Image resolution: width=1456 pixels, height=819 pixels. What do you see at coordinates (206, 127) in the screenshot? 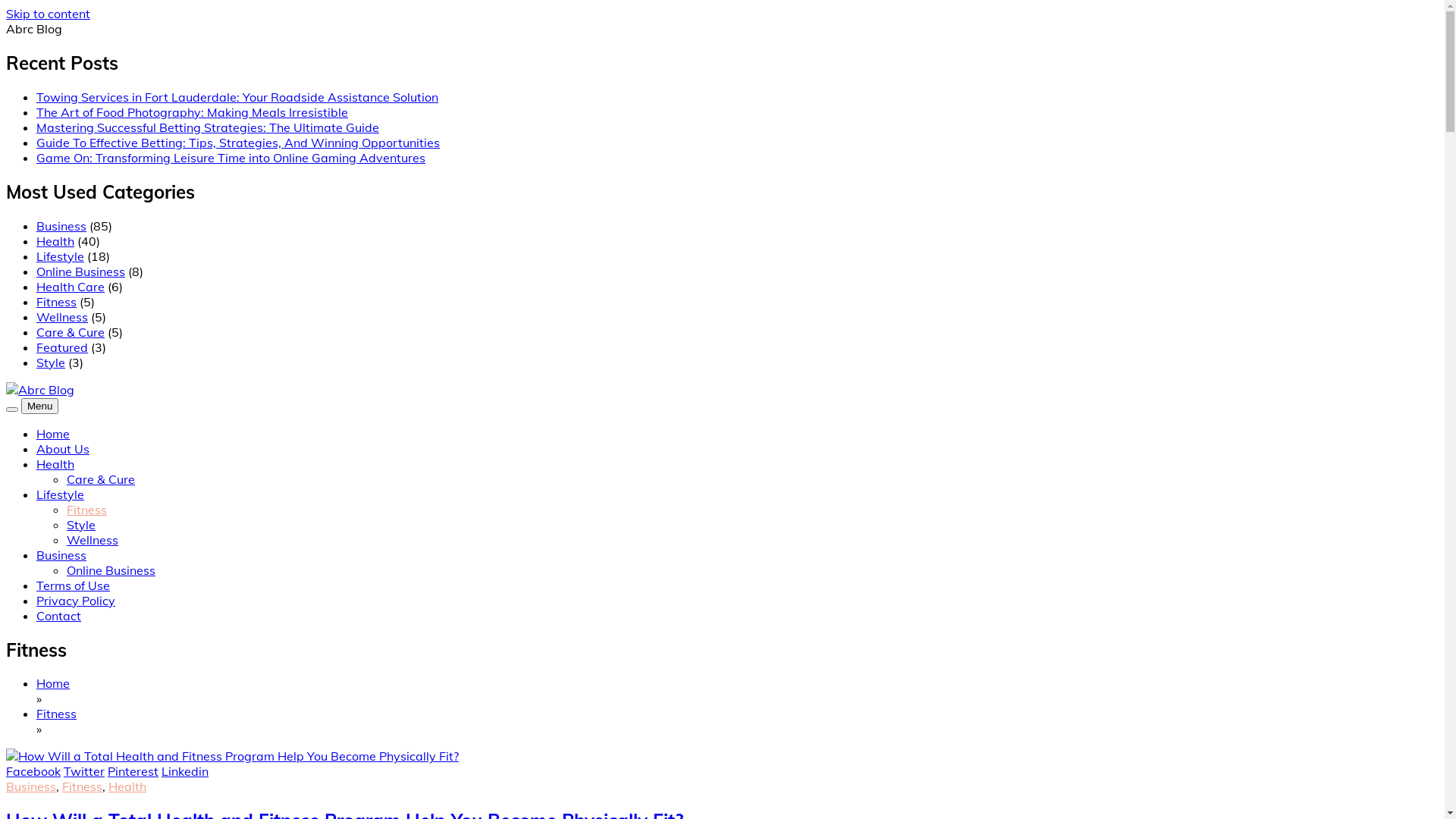
I see `'Mastering Successful Betting Strategies: The Ultimate Guide'` at bounding box center [206, 127].